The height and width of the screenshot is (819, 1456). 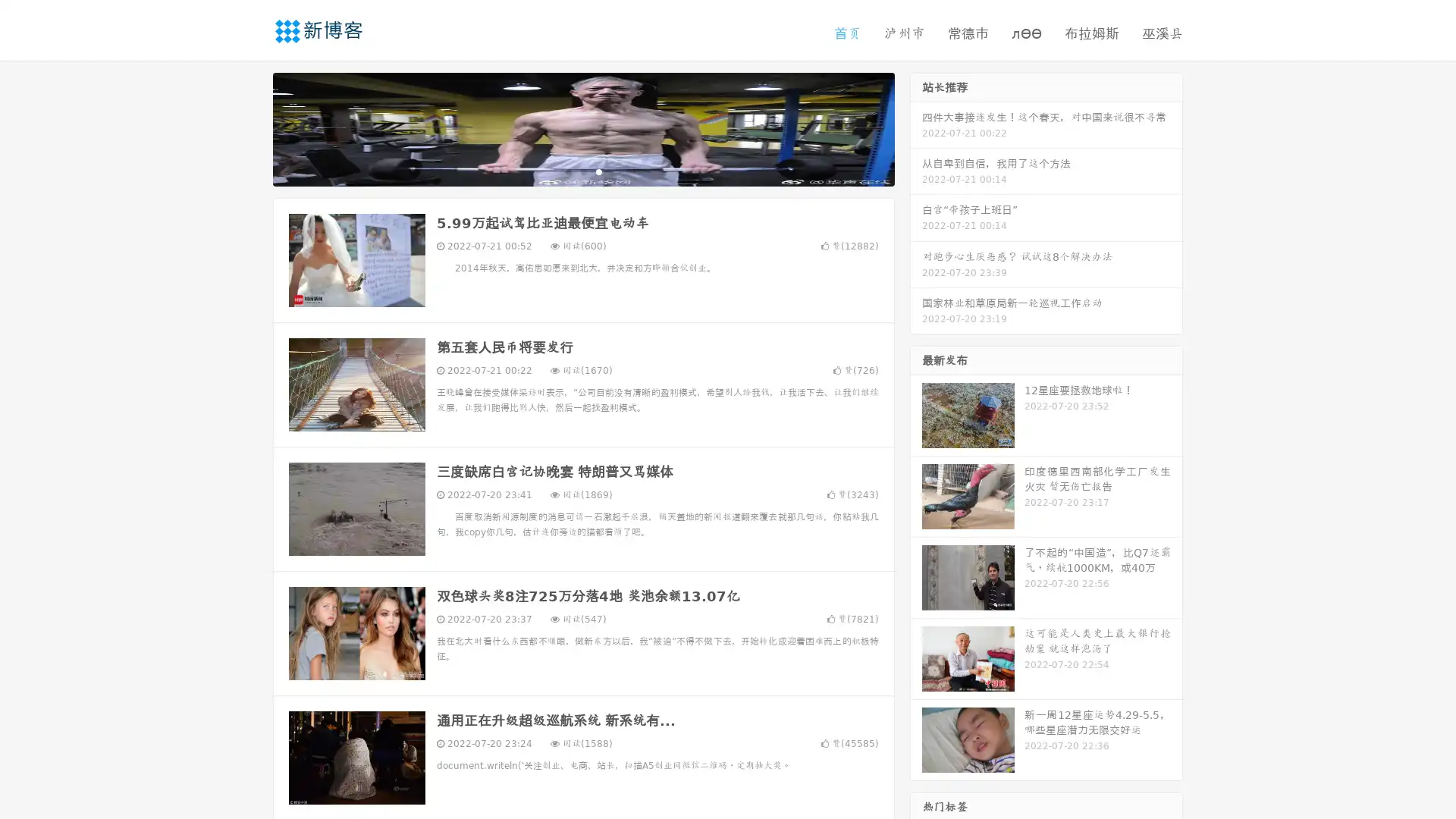 What do you see at coordinates (582, 171) in the screenshot?
I see `Go to slide 2` at bounding box center [582, 171].